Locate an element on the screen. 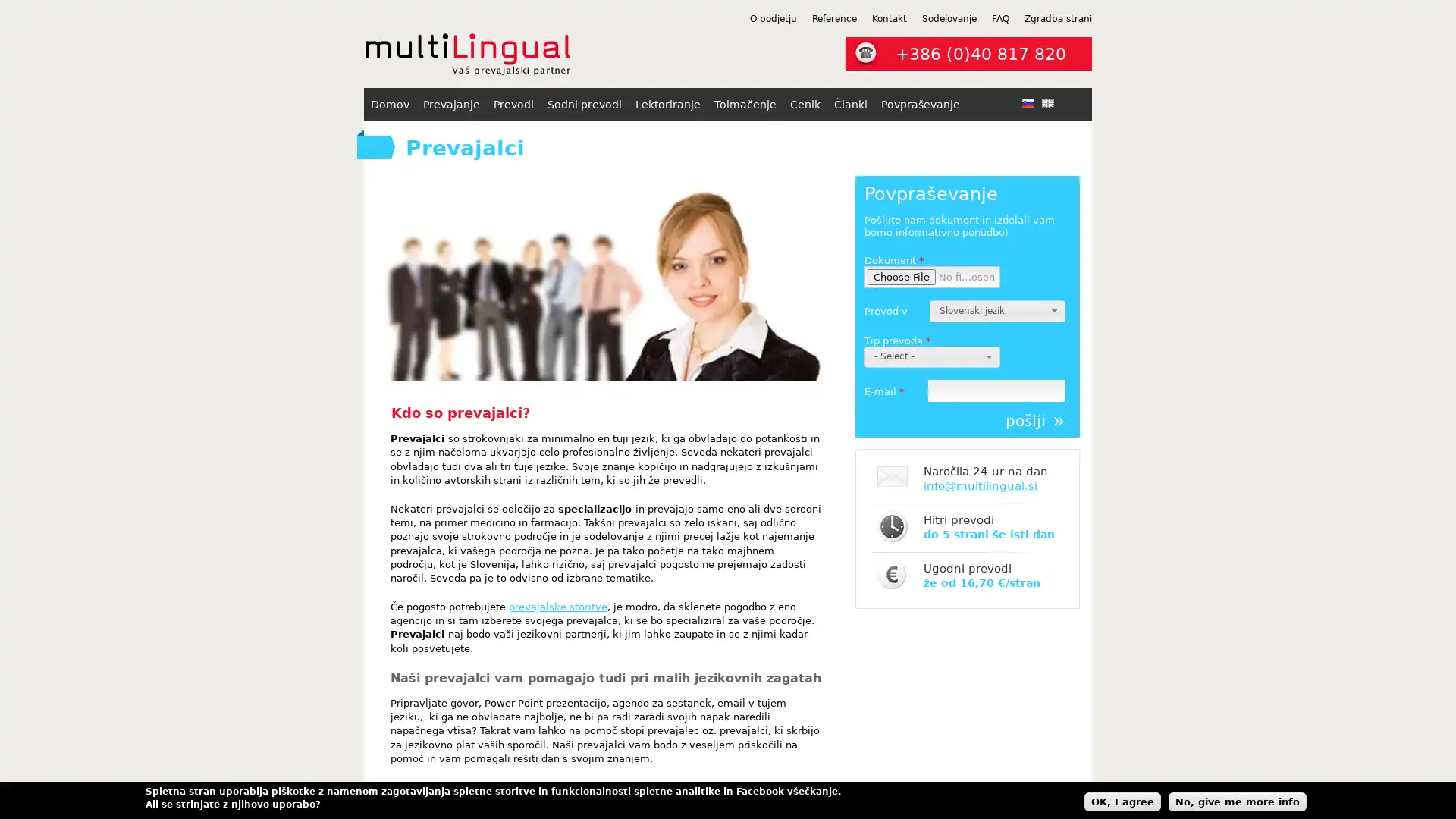 This screenshot has width=1456, height=819. Choose File is located at coordinates (902, 277).